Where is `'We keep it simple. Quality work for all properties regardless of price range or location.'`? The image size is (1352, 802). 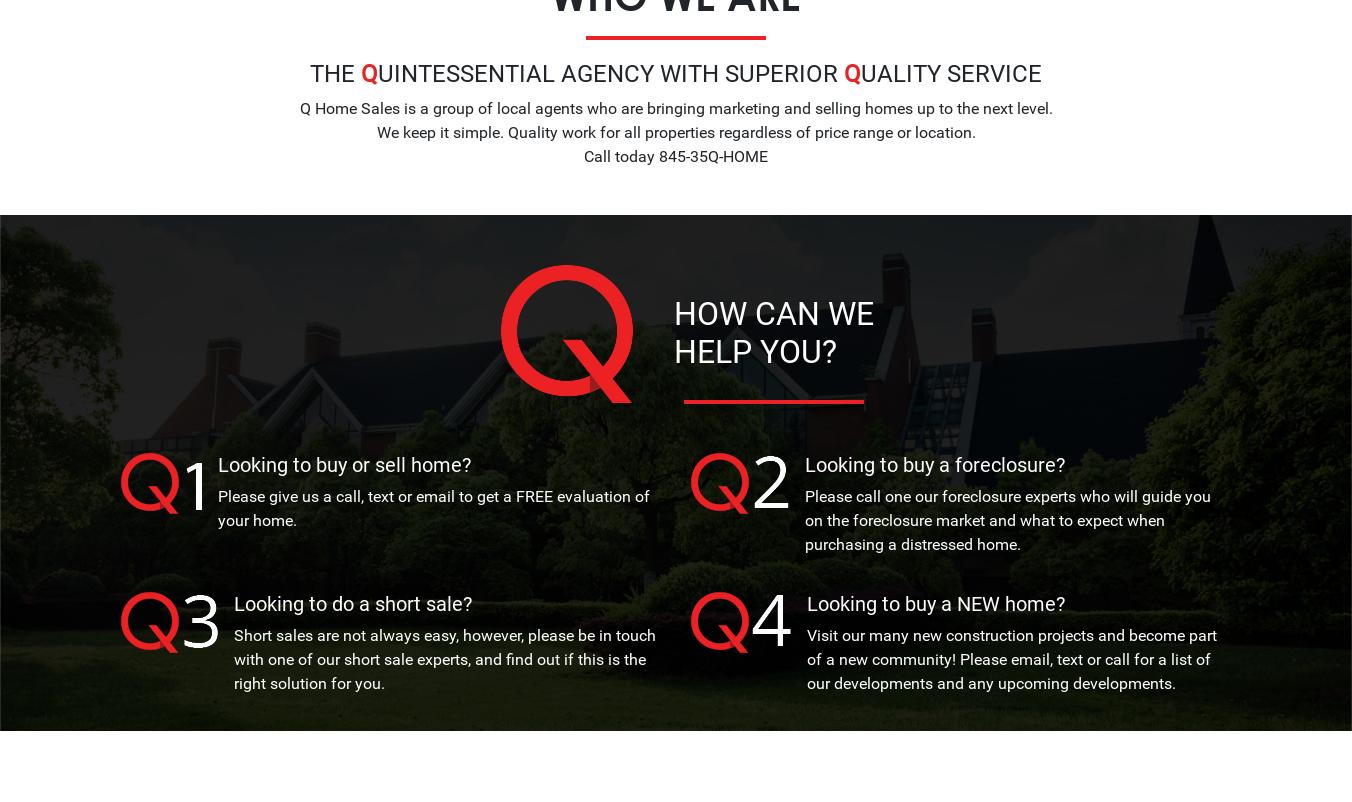
'We keep it simple. Quality work for all properties regardless of price range or location.' is located at coordinates (675, 130).